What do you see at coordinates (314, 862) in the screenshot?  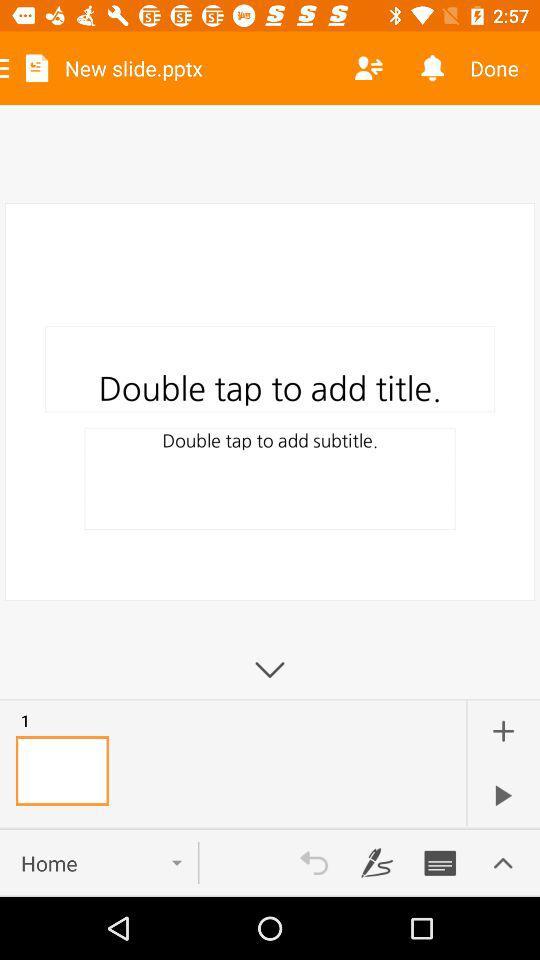 I see `back` at bounding box center [314, 862].